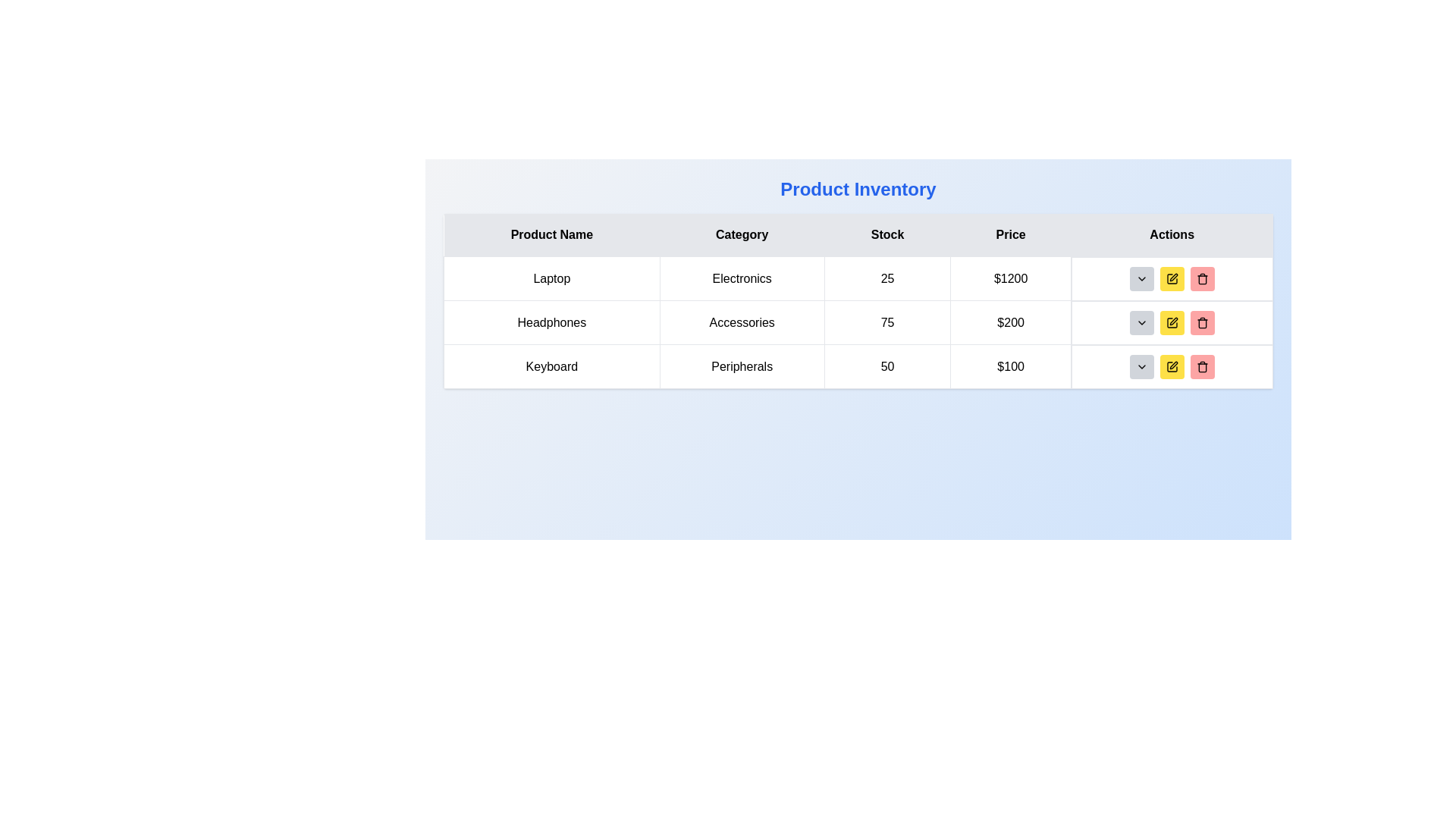  Describe the element at coordinates (1172, 365) in the screenshot. I see `keyboard navigation` at that location.